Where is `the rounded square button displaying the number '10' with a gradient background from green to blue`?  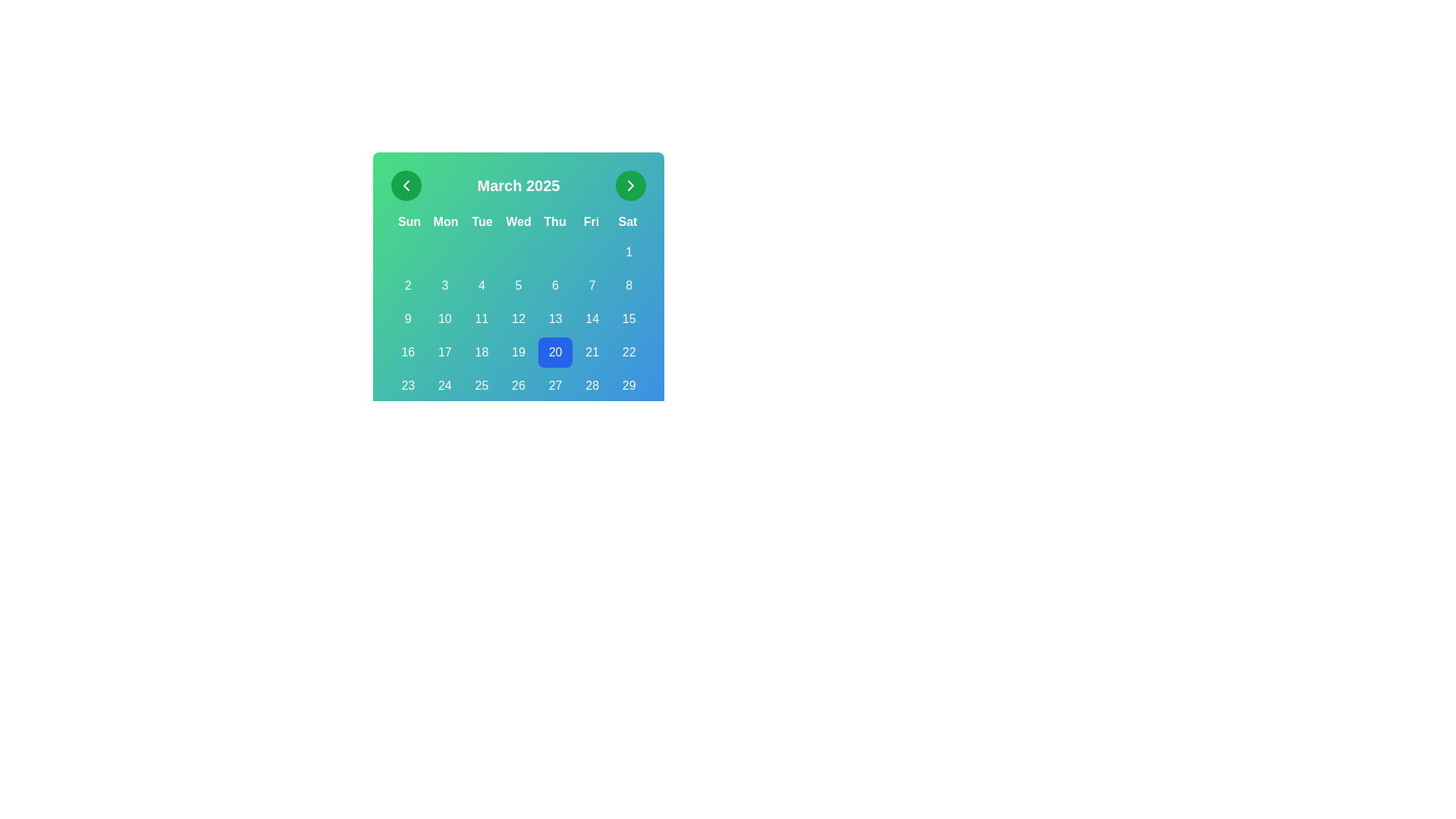 the rounded square button displaying the number '10' with a gradient background from green to blue is located at coordinates (444, 318).